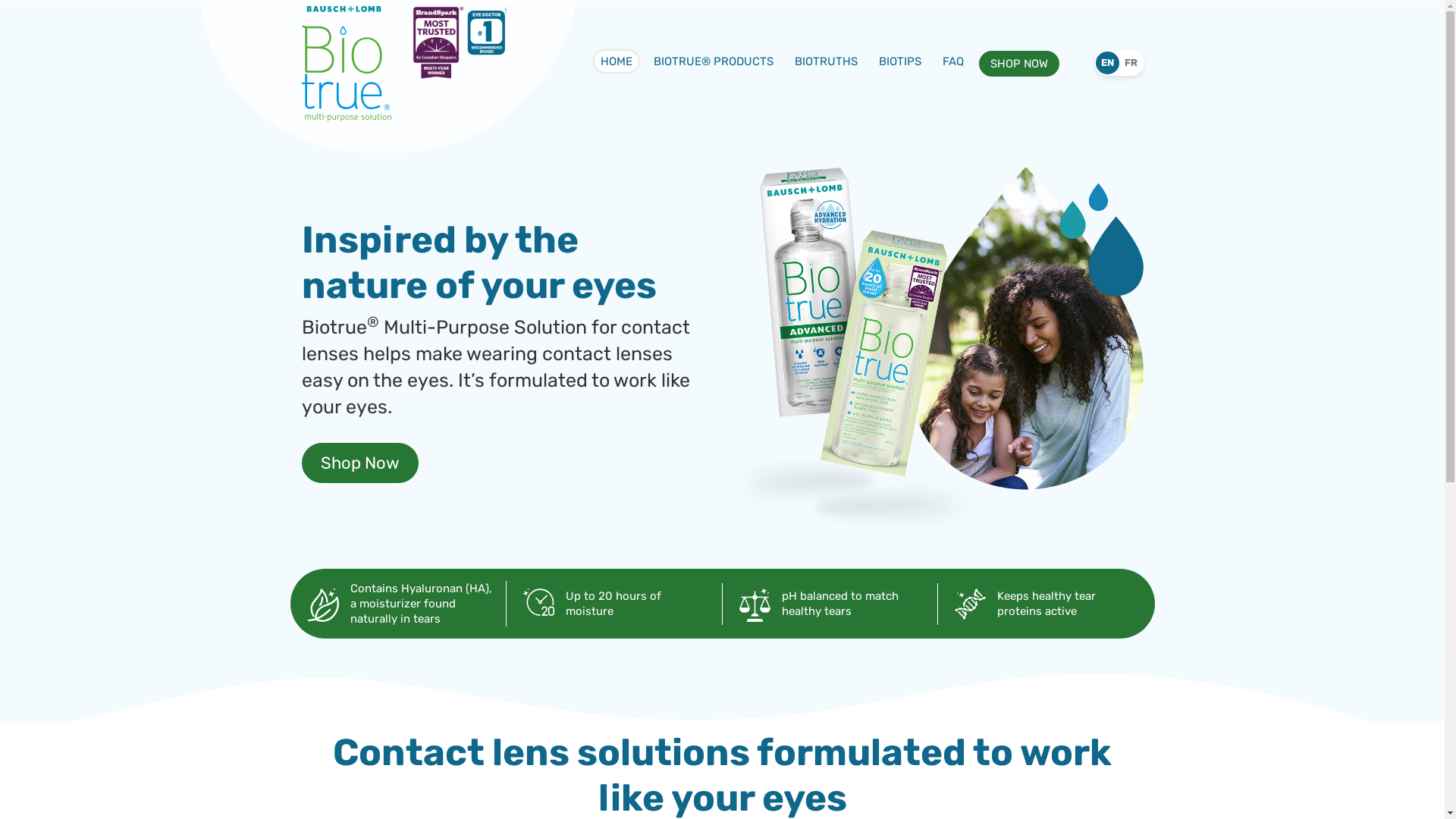 The width and height of the screenshot is (1456, 819). I want to click on 'BIOTRUTHS', so click(825, 61).